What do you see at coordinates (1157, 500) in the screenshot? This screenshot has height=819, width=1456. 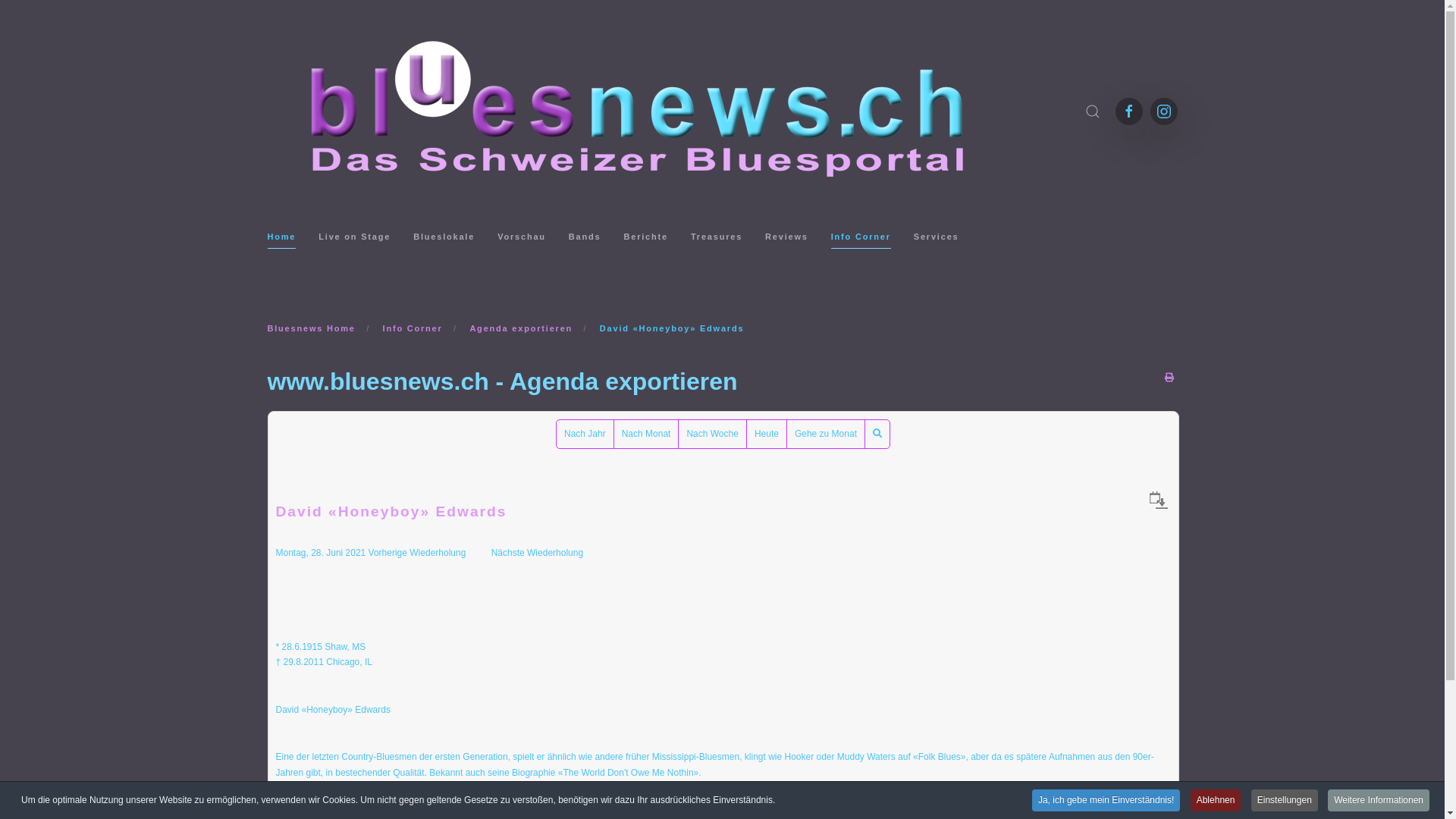 I see `'Als iCal-Datei herunterladen'` at bounding box center [1157, 500].